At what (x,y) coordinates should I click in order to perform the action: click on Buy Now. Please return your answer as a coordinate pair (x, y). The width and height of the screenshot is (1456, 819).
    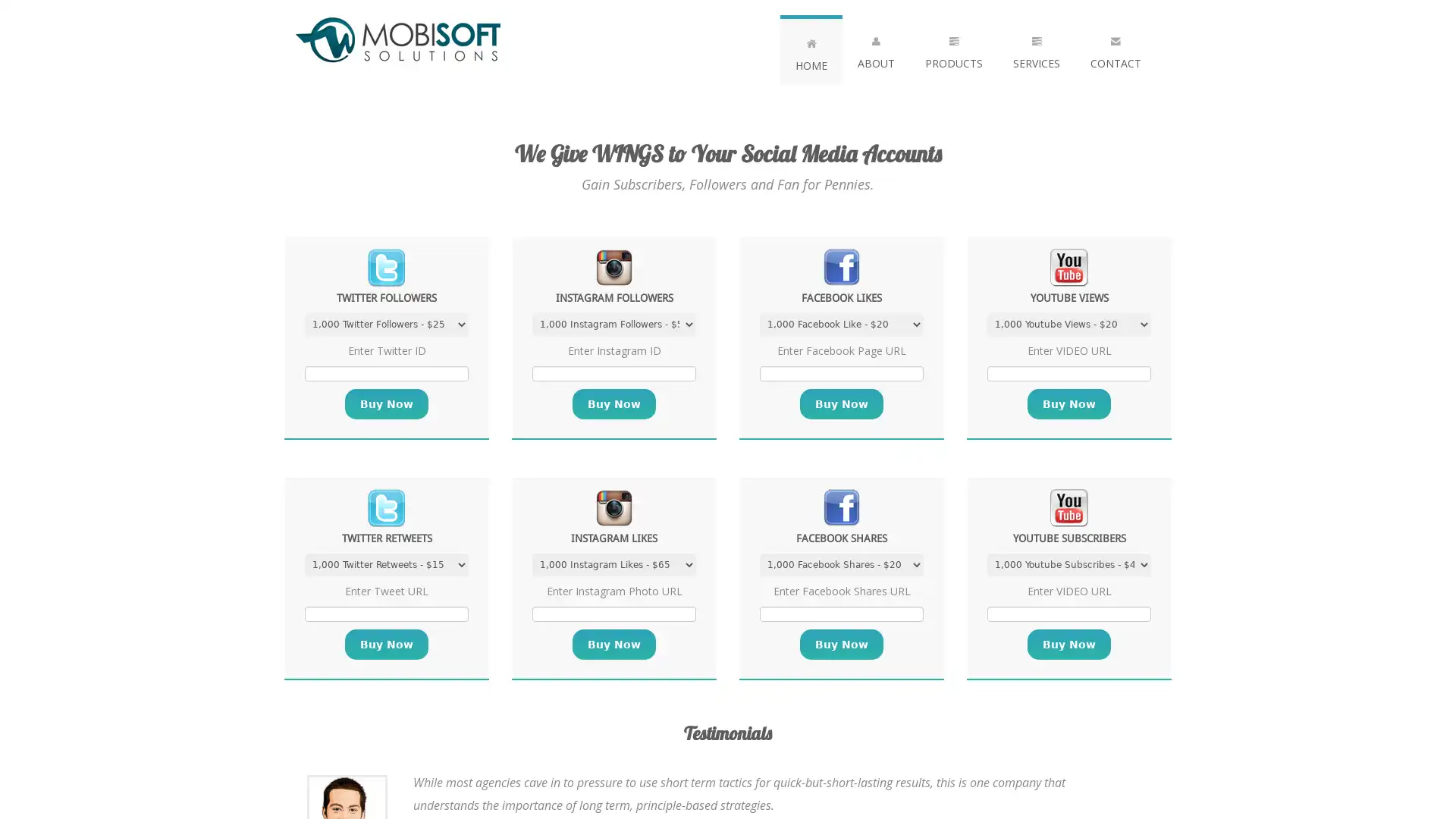
    Looking at the image, I should click on (840, 644).